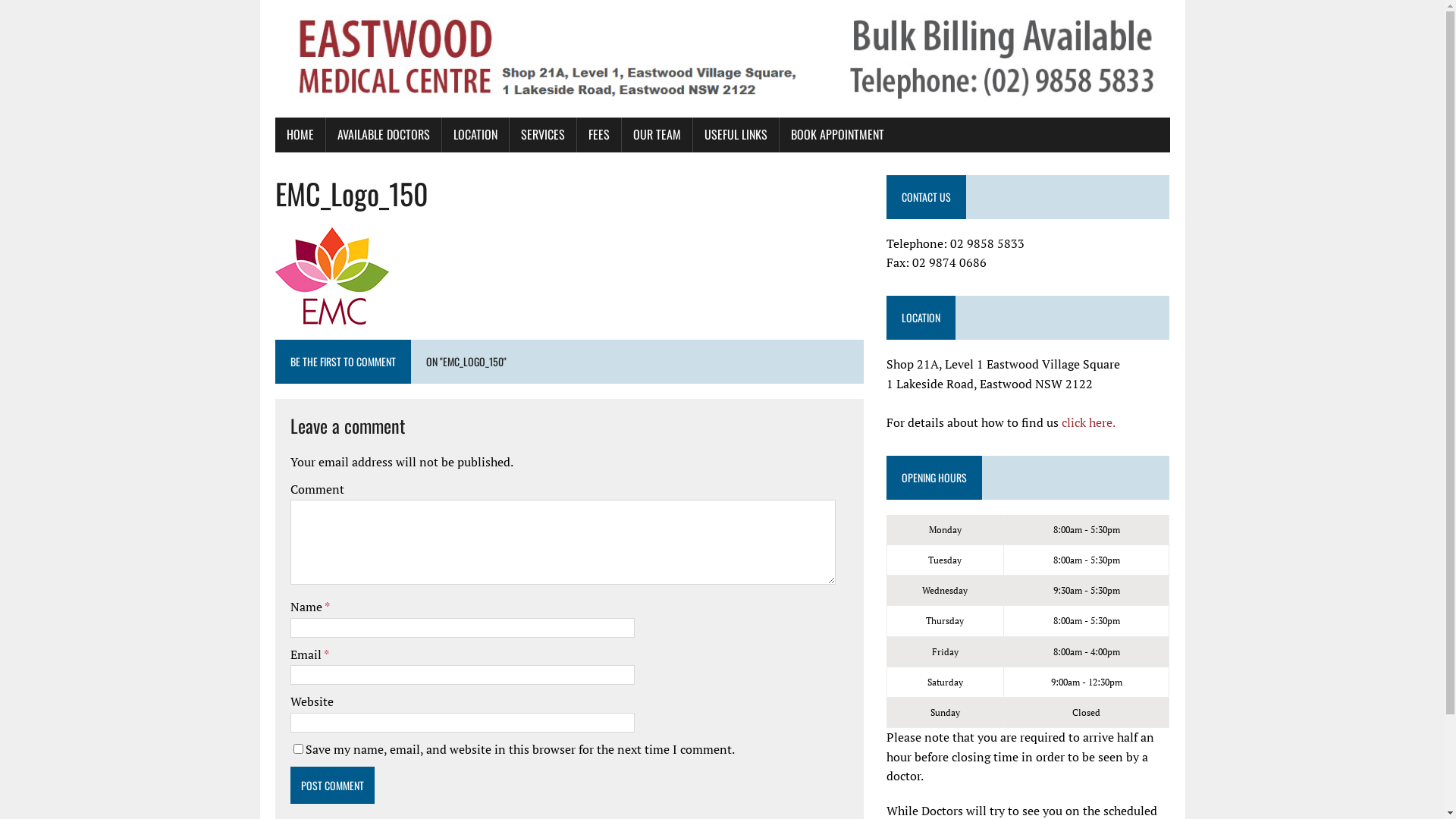  What do you see at coordinates (331, 785) in the screenshot?
I see `'Post Comment'` at bounding box center [331, 785].